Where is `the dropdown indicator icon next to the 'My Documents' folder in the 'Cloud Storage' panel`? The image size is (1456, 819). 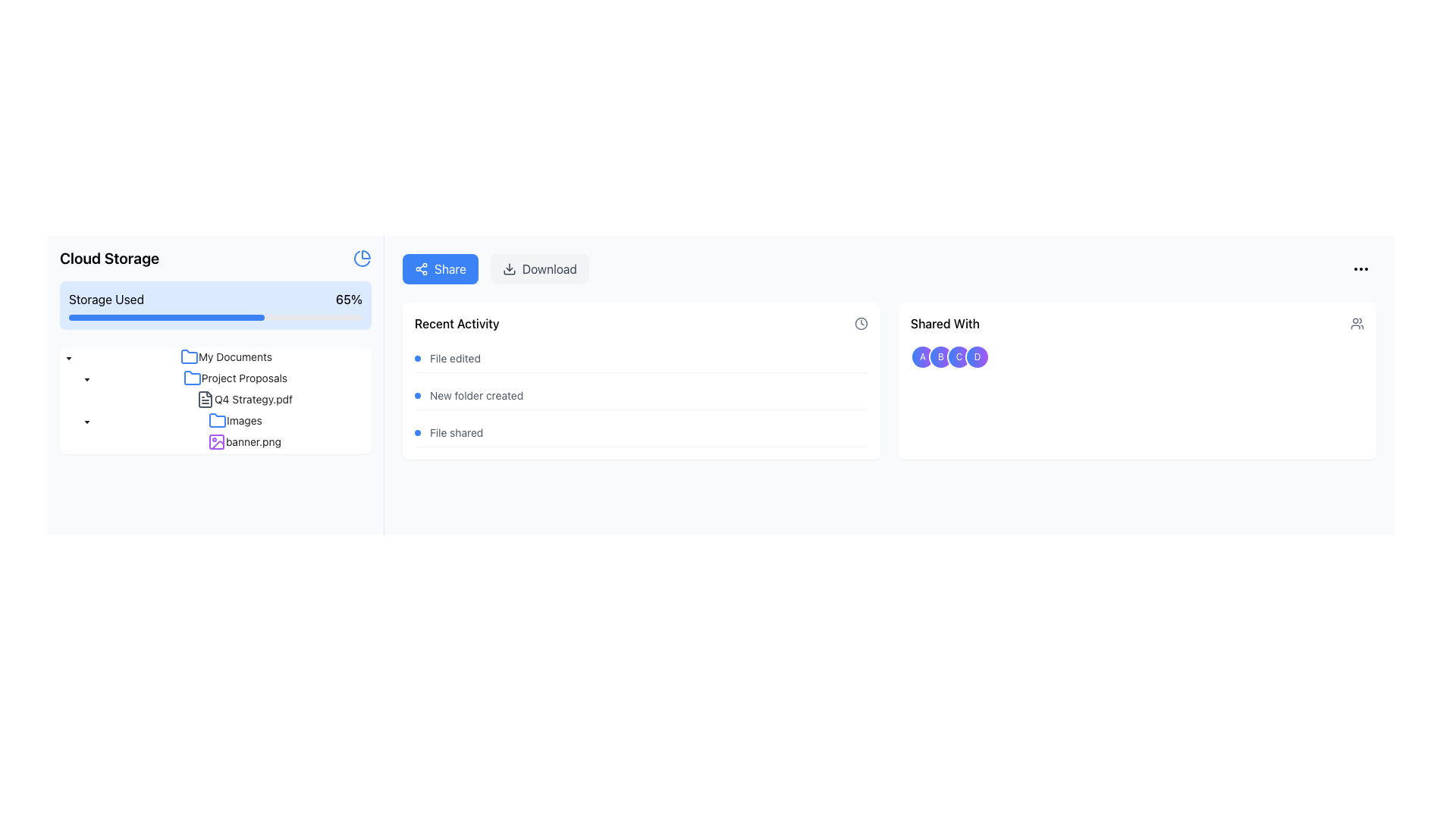 the dropdown indicator icon next to the 'My Documents' folder in the 'Cloud Storage' panel is located at coordinates (86, 379).